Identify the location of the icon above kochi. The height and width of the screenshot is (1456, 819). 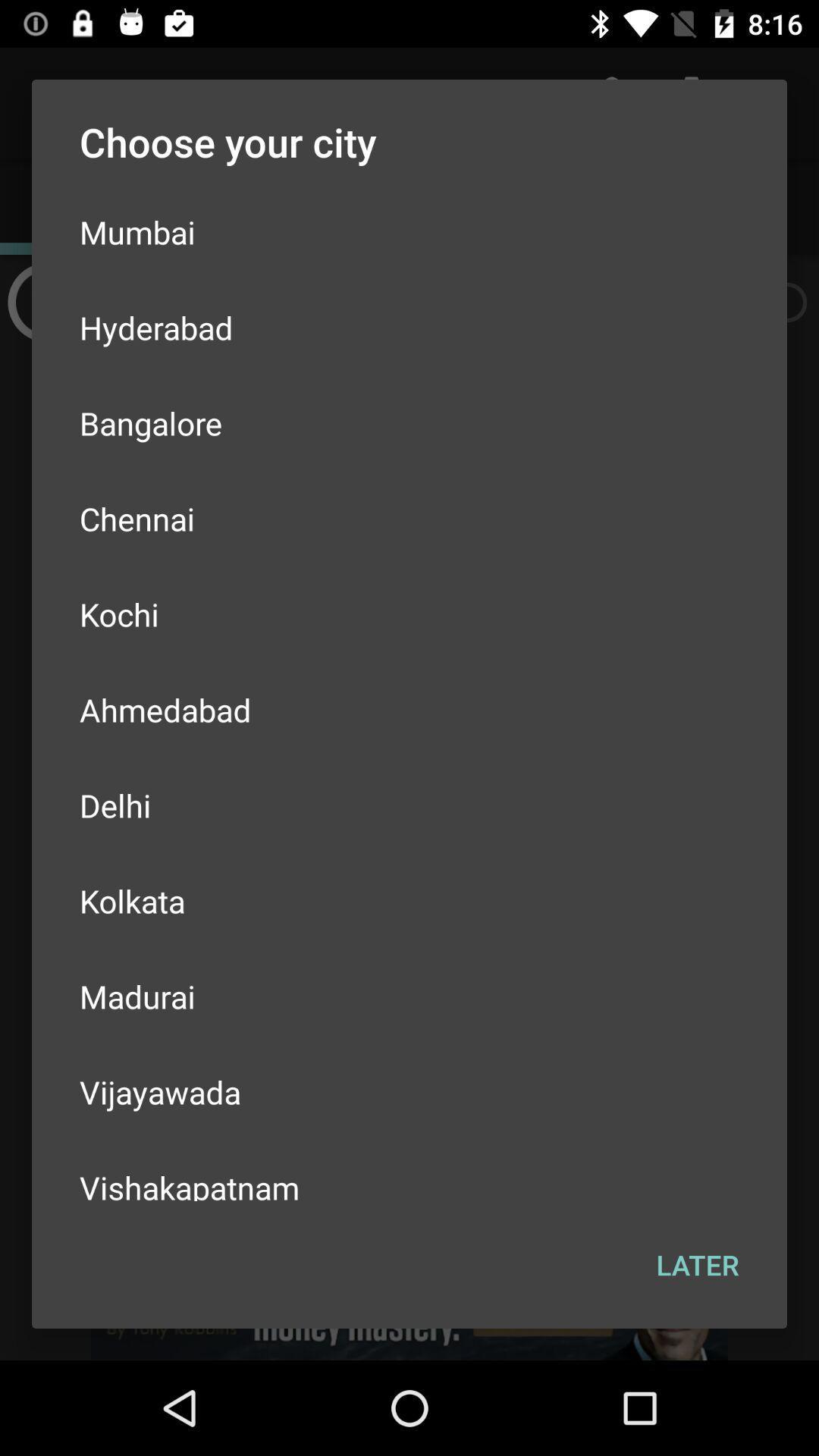
(409, 519).